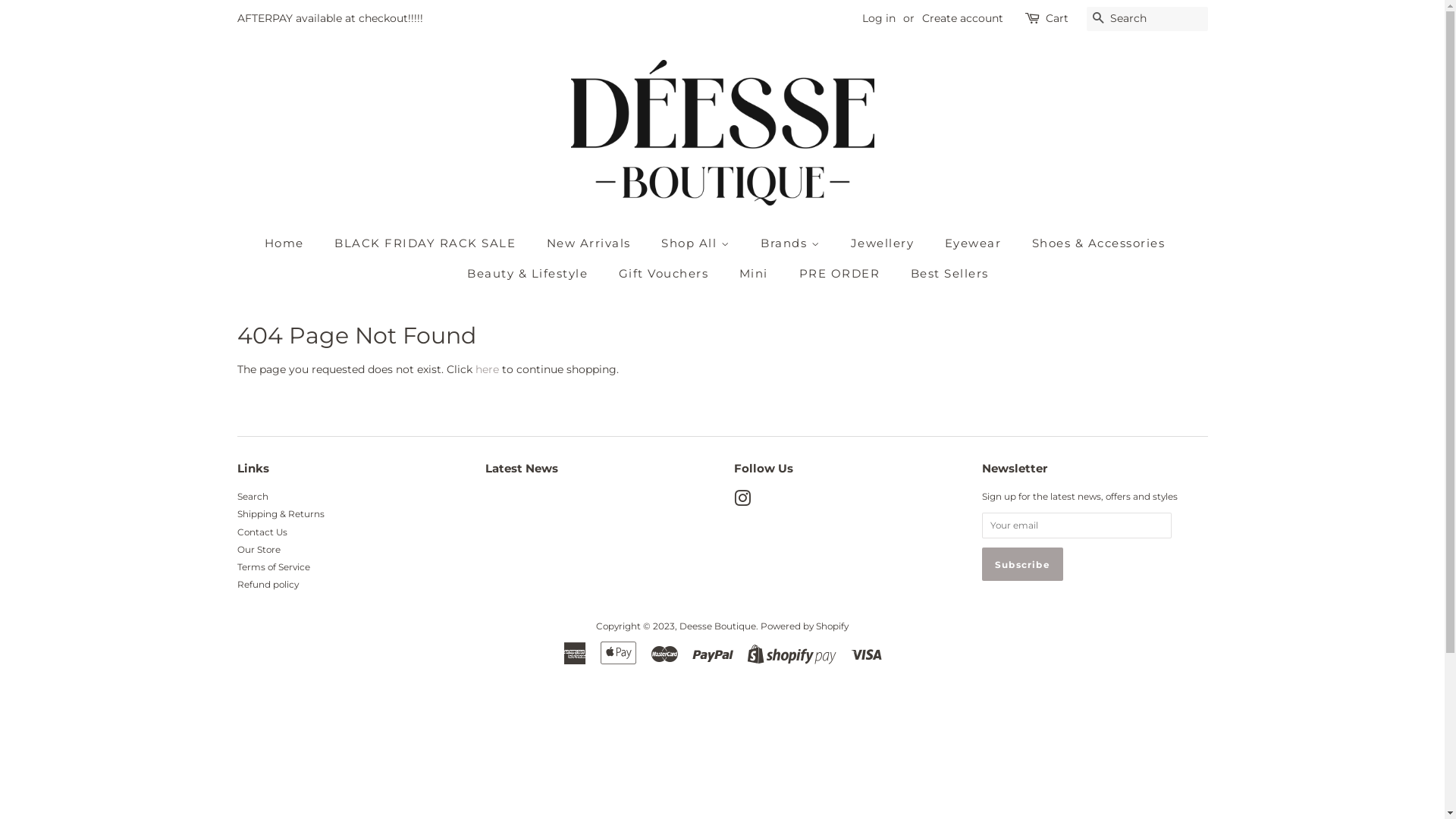 The height and width of the screenshot is (819, 1456). I want to click on 'Gift Vouchers', so click(607, 274).